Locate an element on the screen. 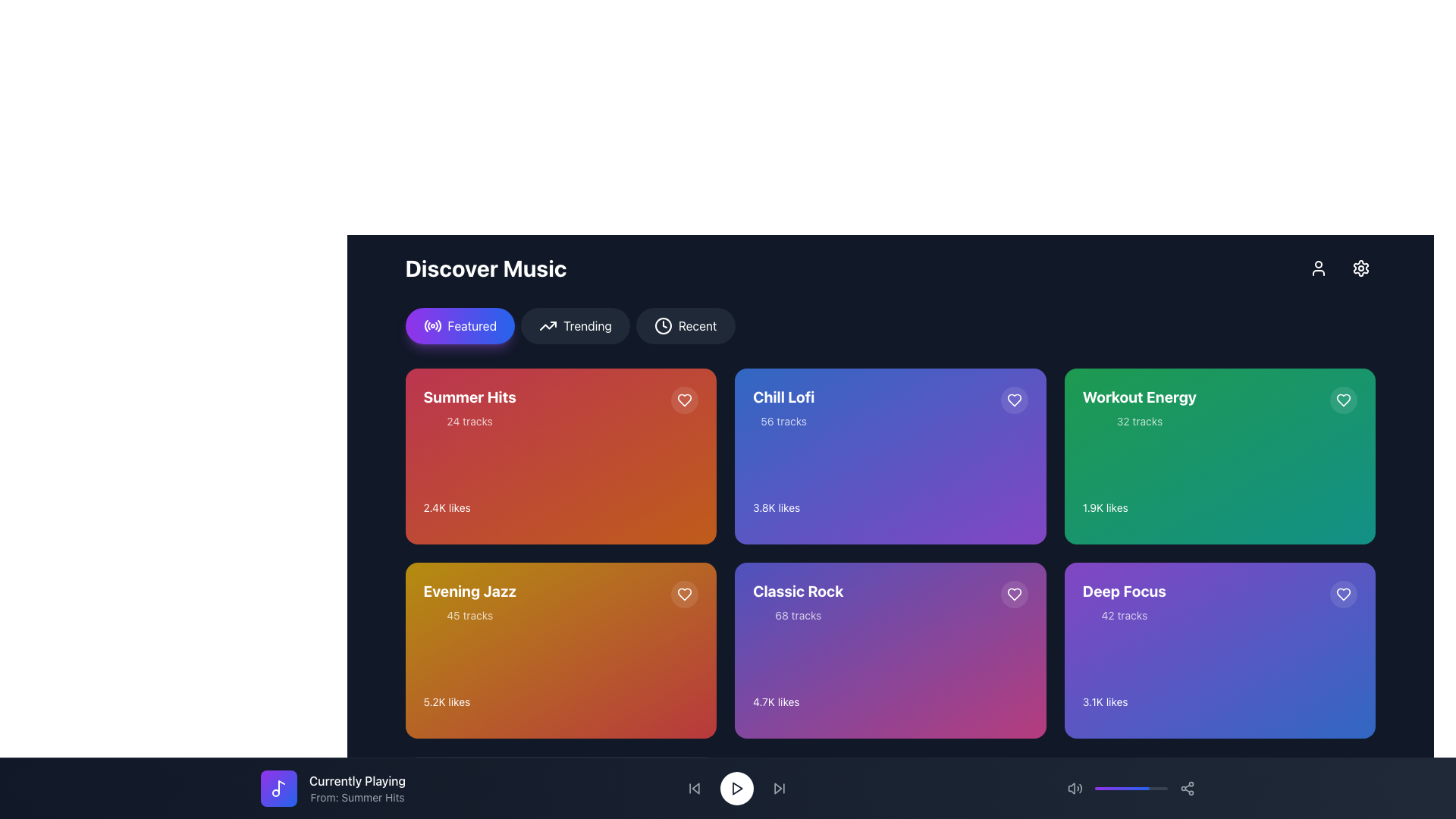 This screenshot has width=1456, height=819. the 'Featured' icon which is located at the leftmost inside the 'Featured' button near the top center of the interface is located at coordinates (431, 325).